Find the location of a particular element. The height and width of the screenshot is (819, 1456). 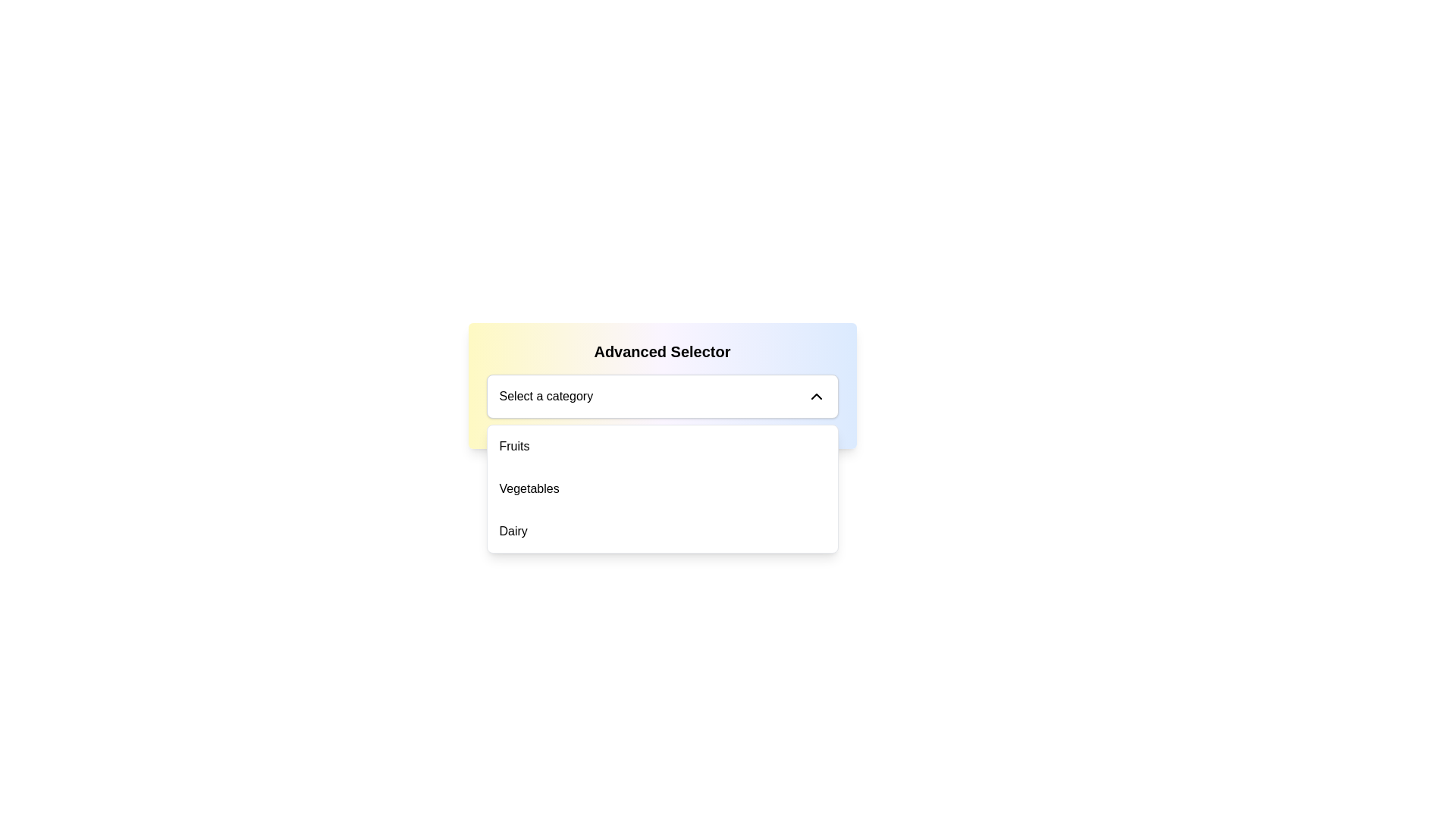

assistive technology is located at coordinates (546, 396).